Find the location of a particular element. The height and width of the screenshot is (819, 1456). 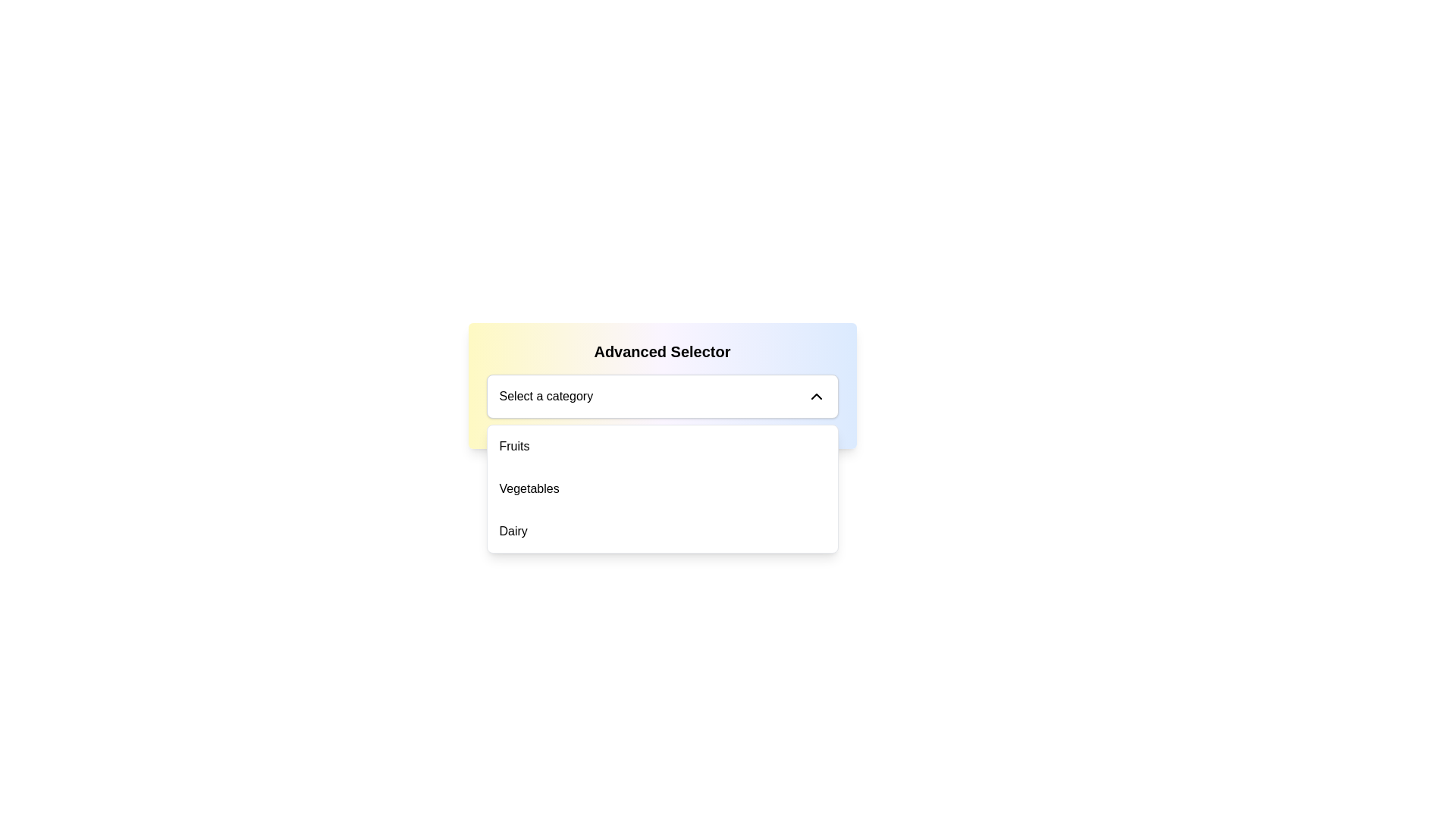

assistive technology is located at coordinates (546, 396).